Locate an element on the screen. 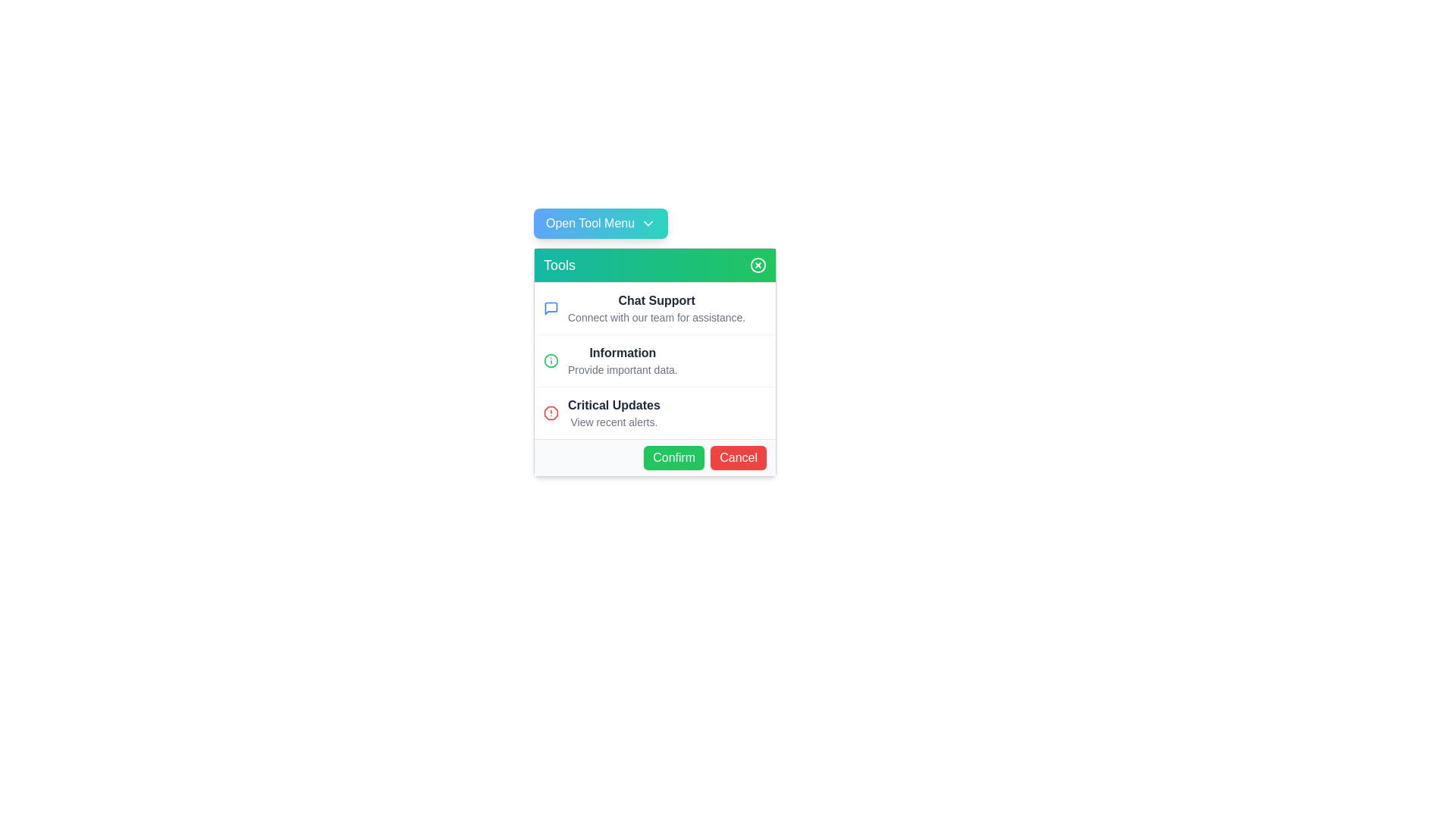 This screenshot has width=1456, height=819. the circular SVG element with a green background and white border located at the top-right corner of the 'Tools' section is located at coordinates (758, 265).